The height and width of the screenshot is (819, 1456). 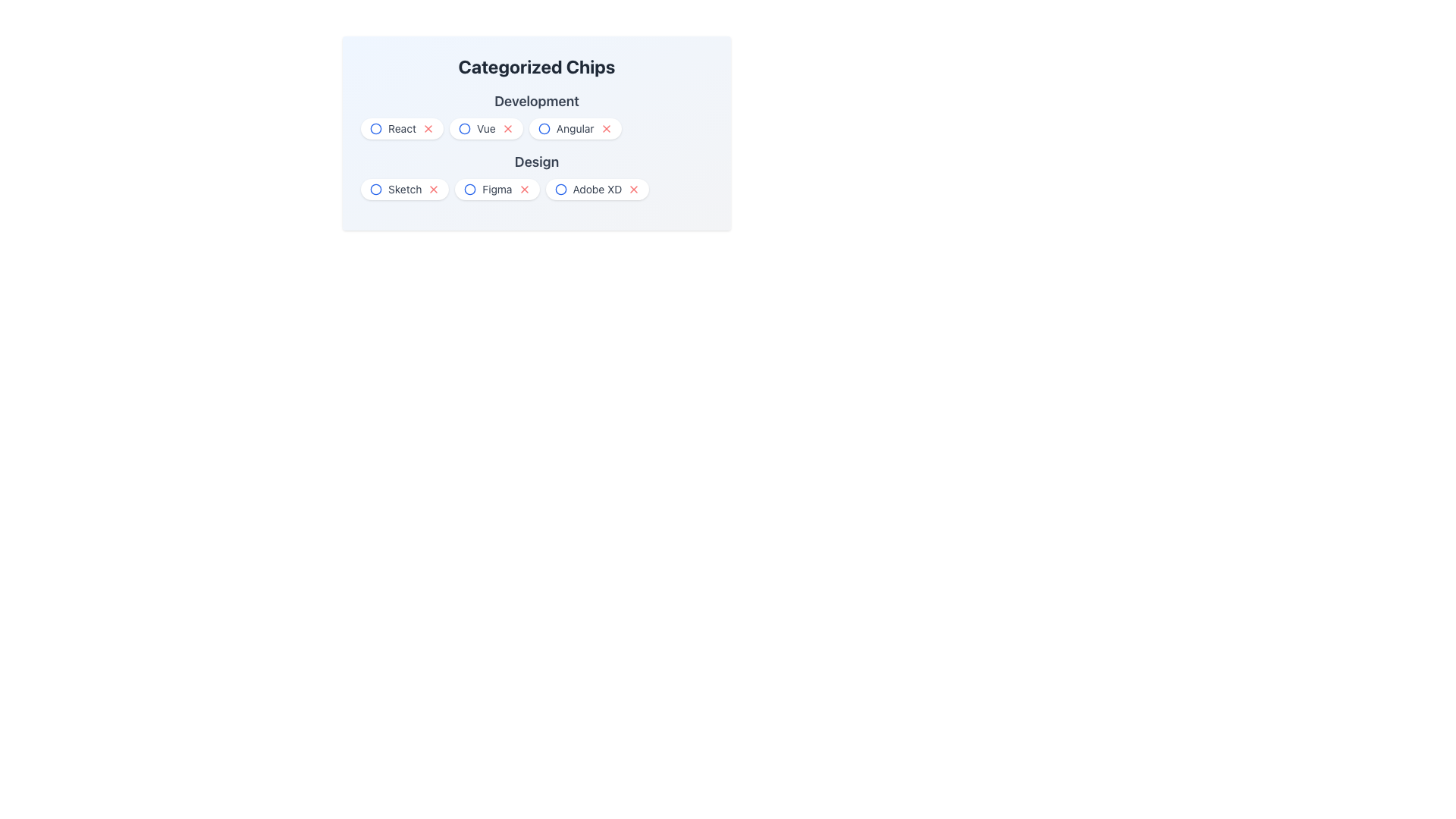 What do you see at coordinates (497, 189) in the screenshot?
I see `text label identifying the 'Figma' option within the selectable block labeled 'Design' in the categorized chips layout` at bounding box center [497, 189].